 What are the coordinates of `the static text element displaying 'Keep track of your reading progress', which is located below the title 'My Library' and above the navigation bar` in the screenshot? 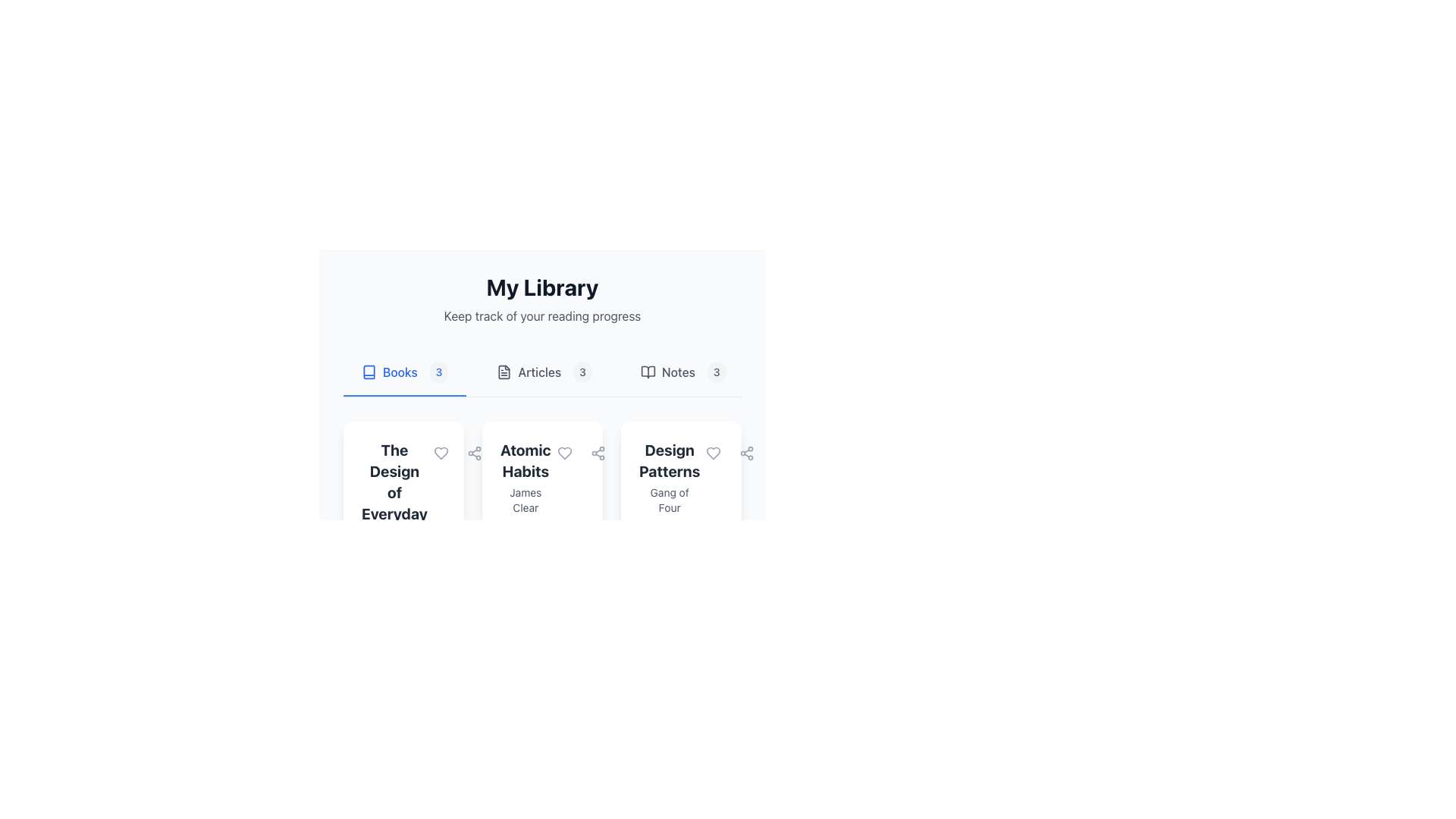 It's located at (542, 315).